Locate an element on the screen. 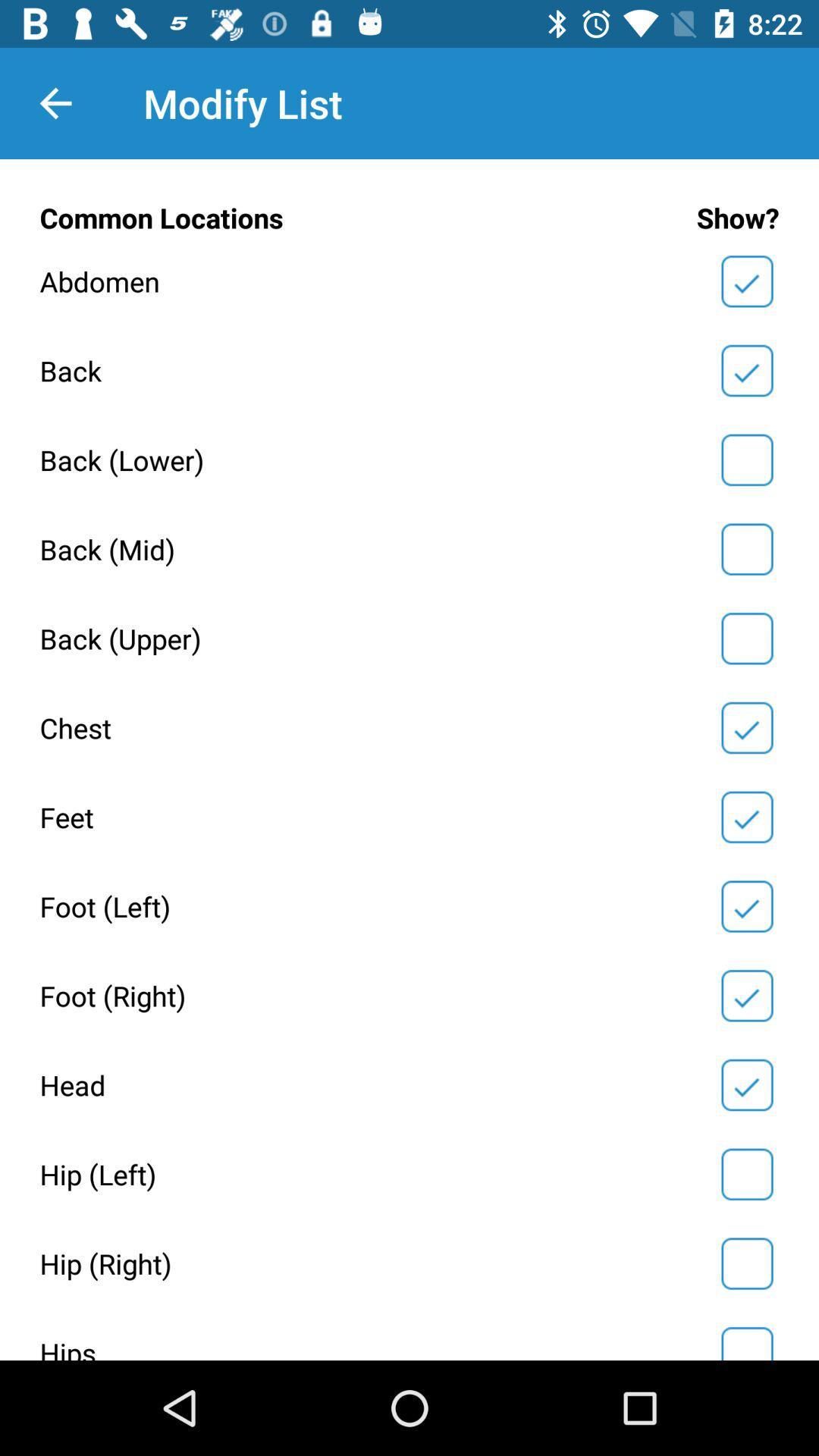 The image size is (819, 1456). pain location change pain area is located at coordinates (746, 816).